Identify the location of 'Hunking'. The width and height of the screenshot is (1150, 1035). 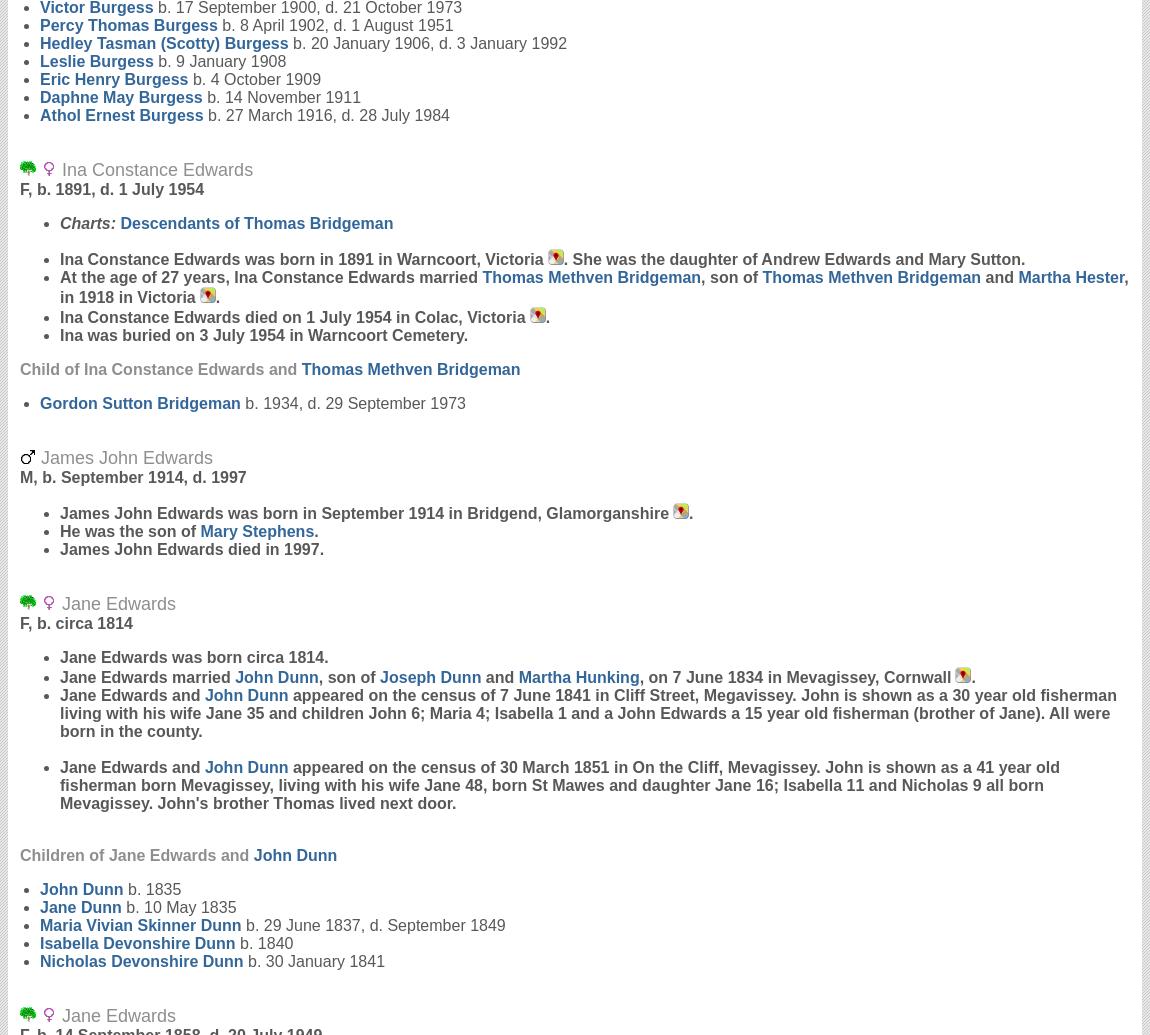
(575, 676).